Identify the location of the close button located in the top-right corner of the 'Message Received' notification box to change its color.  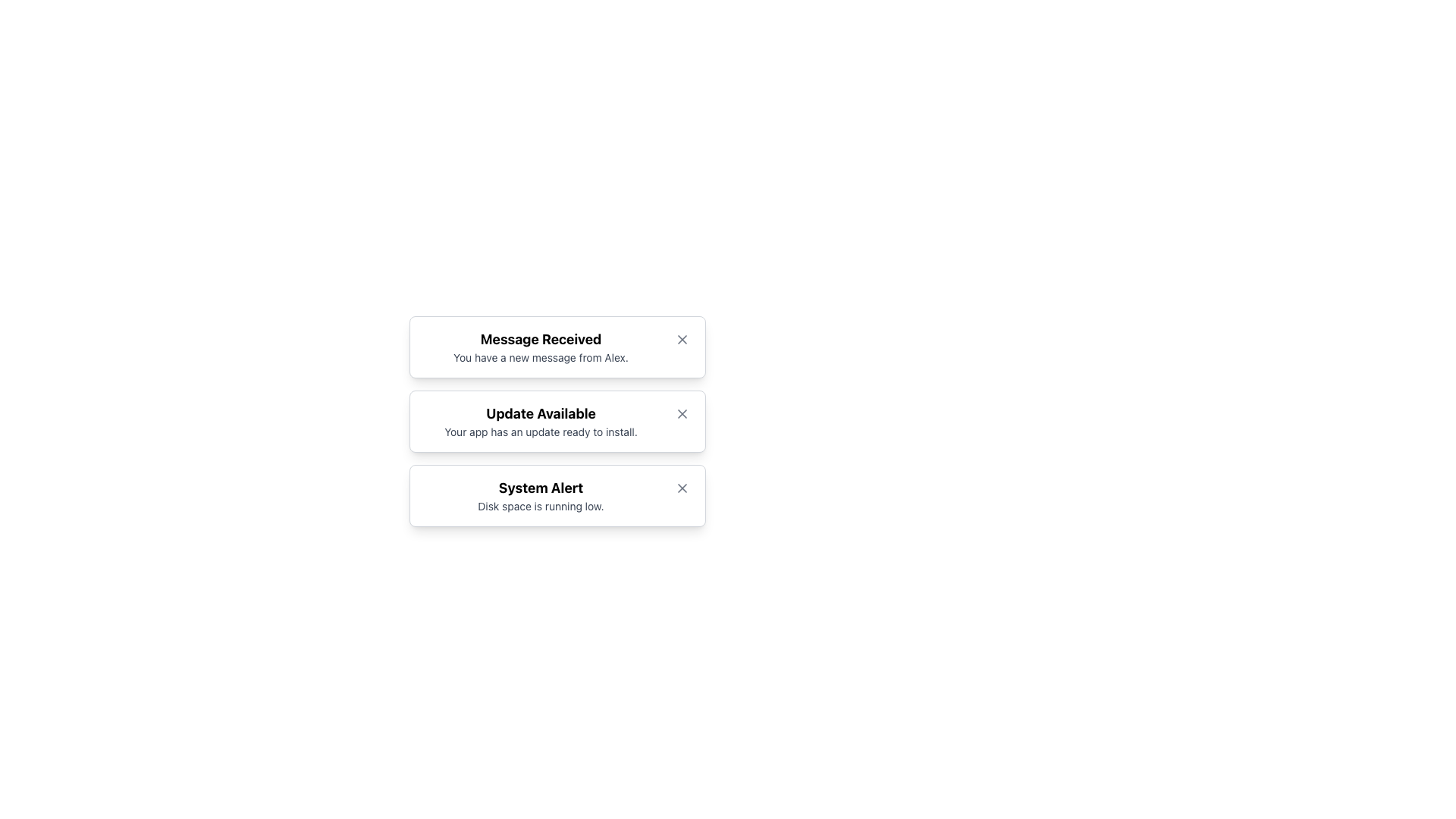
(682, 338).